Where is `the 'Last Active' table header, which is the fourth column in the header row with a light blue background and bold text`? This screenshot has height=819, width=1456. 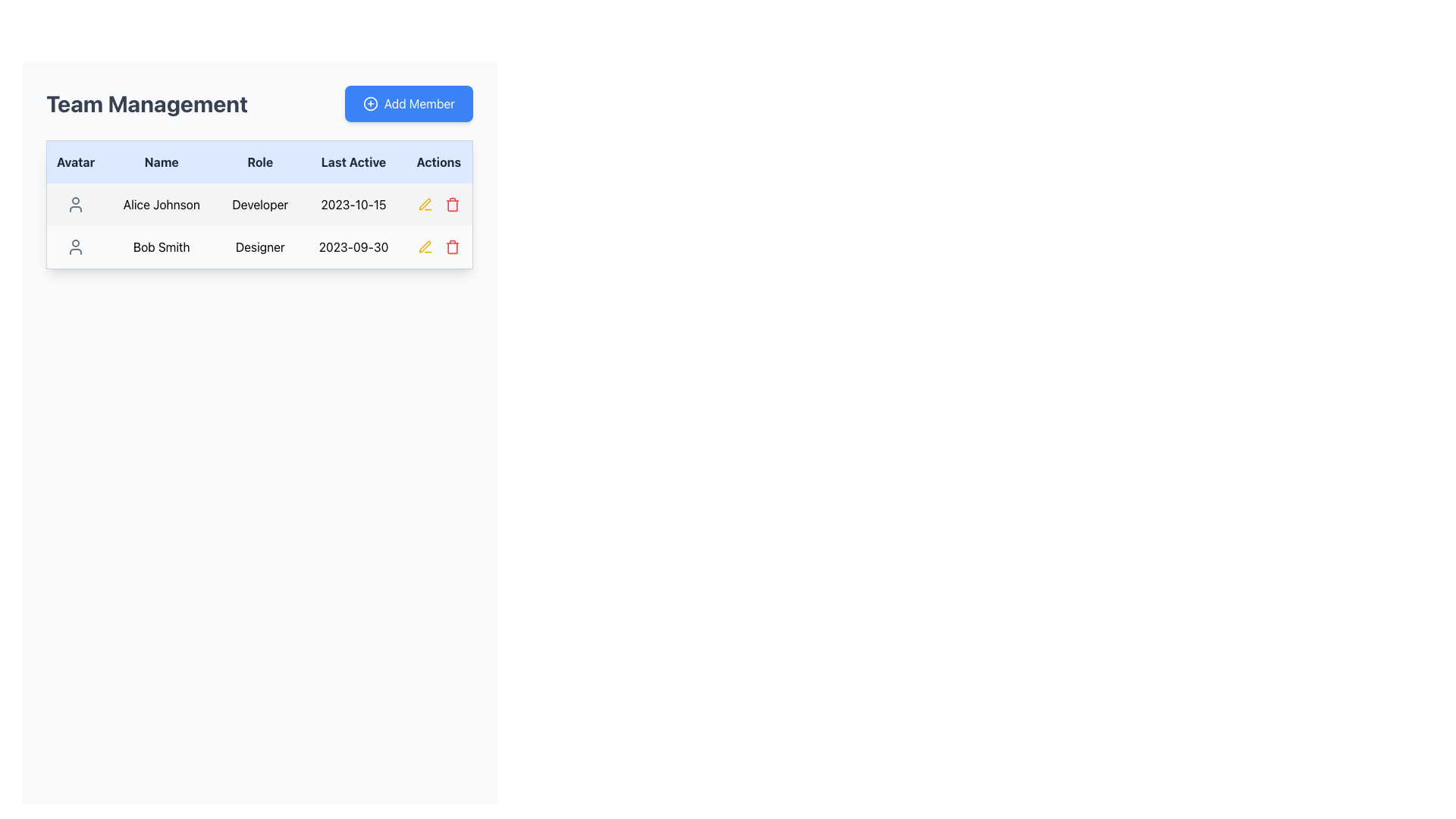 the 'Last Active' table header, which is the fourth column in the header row with a light blue background and bold text is located at coordinates (353, 162).